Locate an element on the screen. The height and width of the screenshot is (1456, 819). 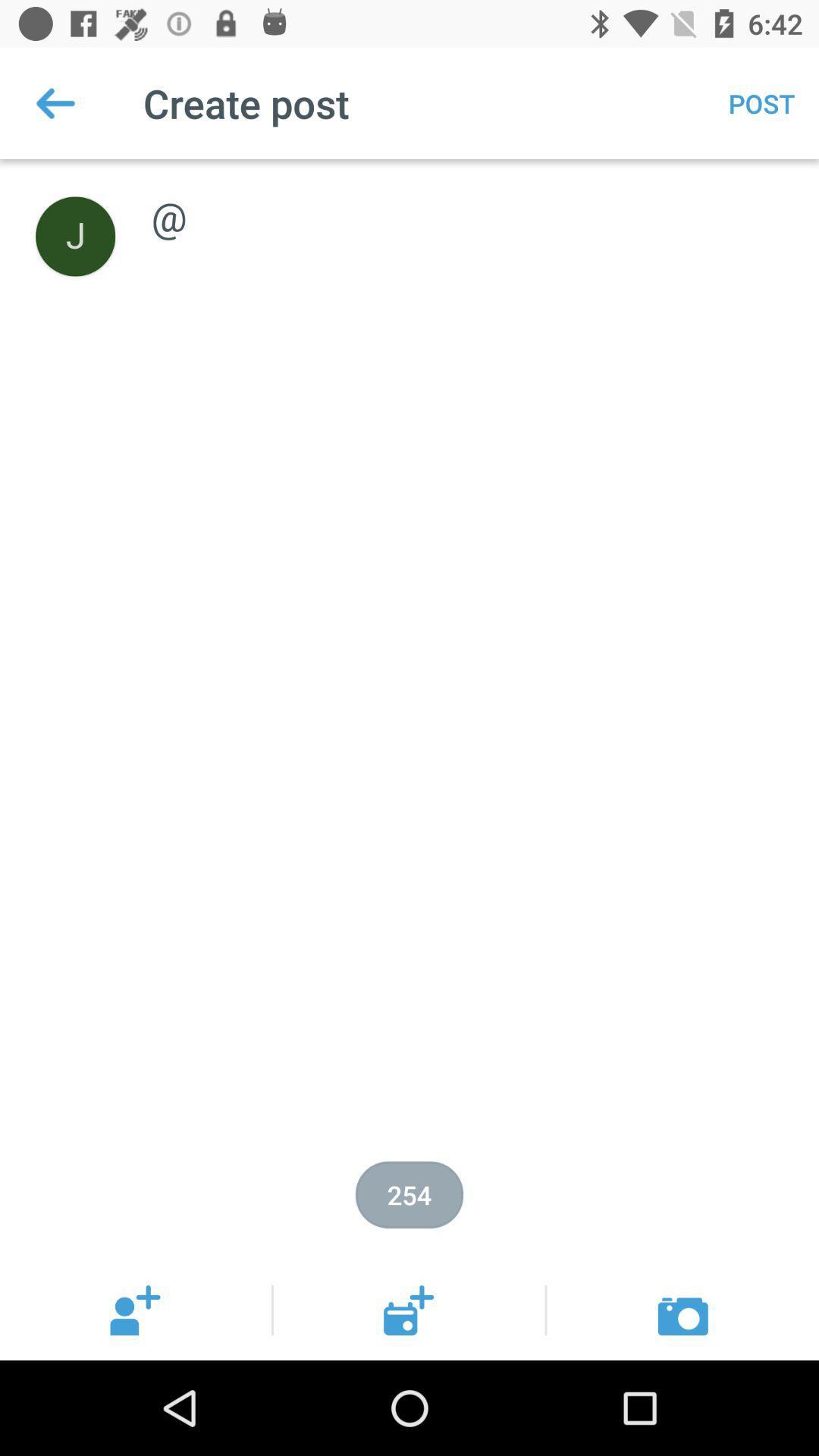
the icon next to create post icon is located at coordinates (55, 102).